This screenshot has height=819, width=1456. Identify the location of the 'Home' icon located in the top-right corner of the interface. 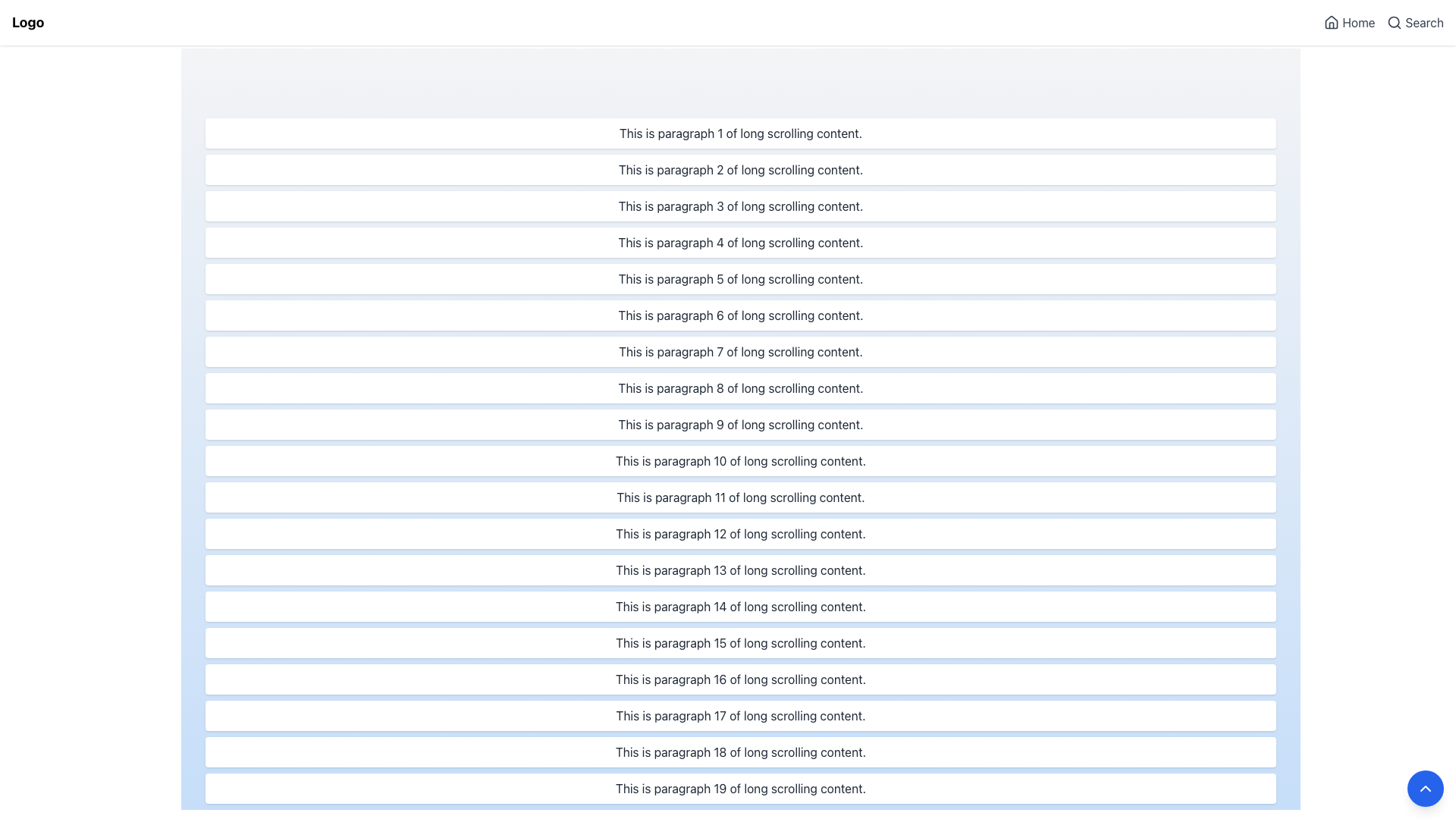
(1331, 23).